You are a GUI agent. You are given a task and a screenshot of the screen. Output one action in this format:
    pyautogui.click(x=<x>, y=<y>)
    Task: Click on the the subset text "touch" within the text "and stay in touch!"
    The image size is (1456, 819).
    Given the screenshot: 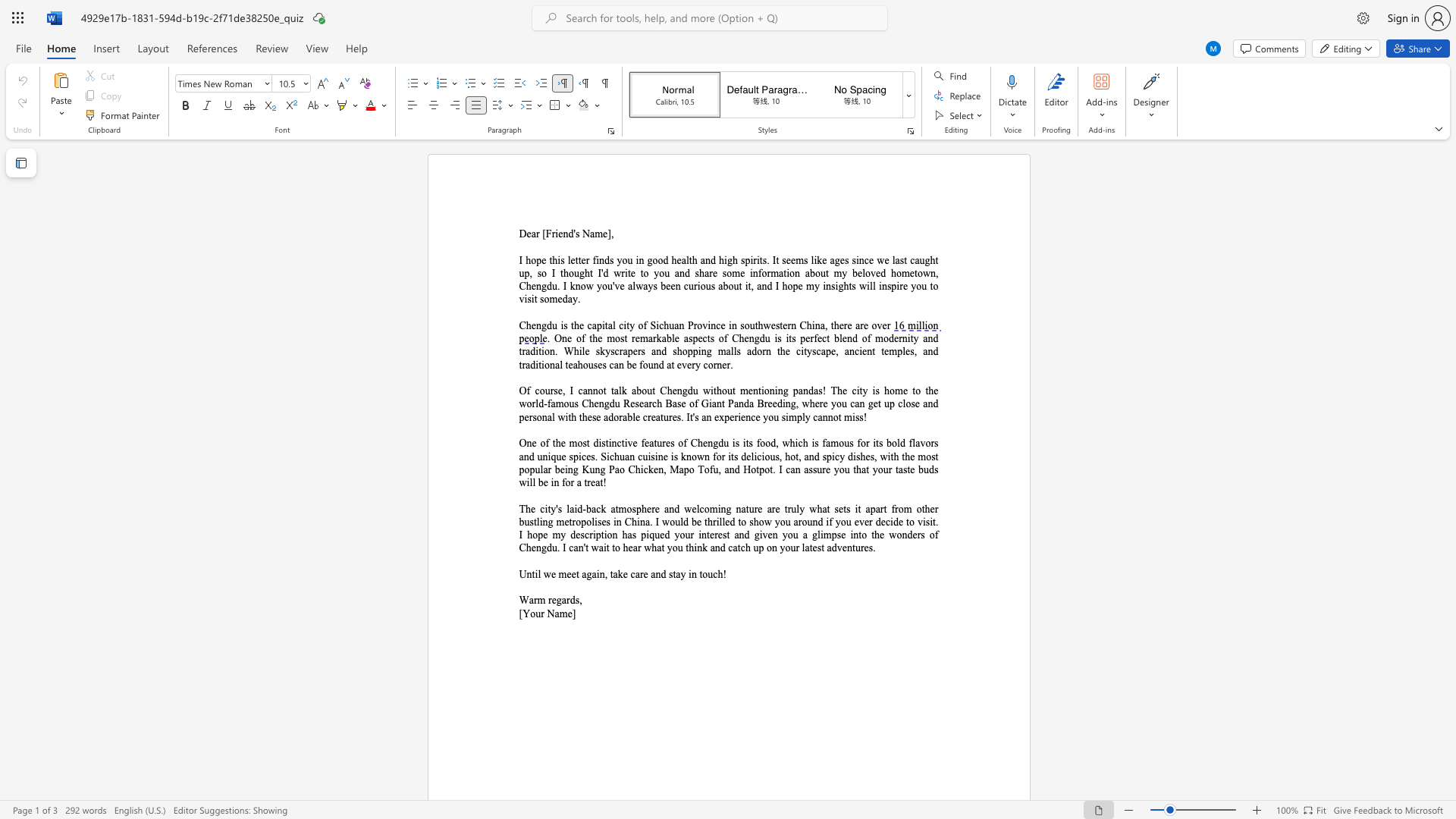 What is the action you would take?
    pyautogui.click(x=698, y=574)
    